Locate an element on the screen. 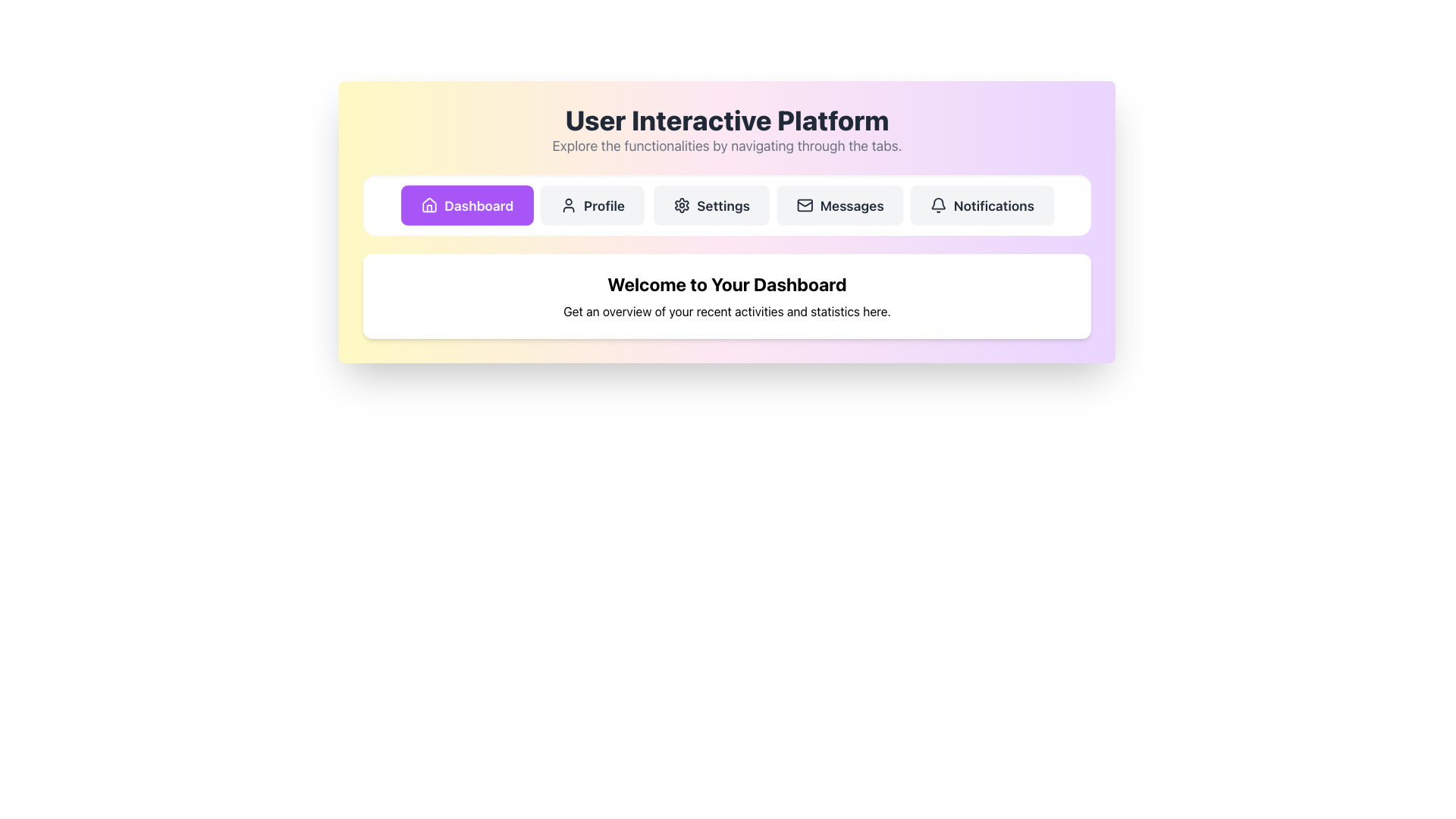 The image size is (1456, 819). the Static Text Display which contains the bold header 'Welcome to Your Dashboard' and subtext 'Get an overview of your recent activities and statistics here.' is located at coordinates (726, 296).